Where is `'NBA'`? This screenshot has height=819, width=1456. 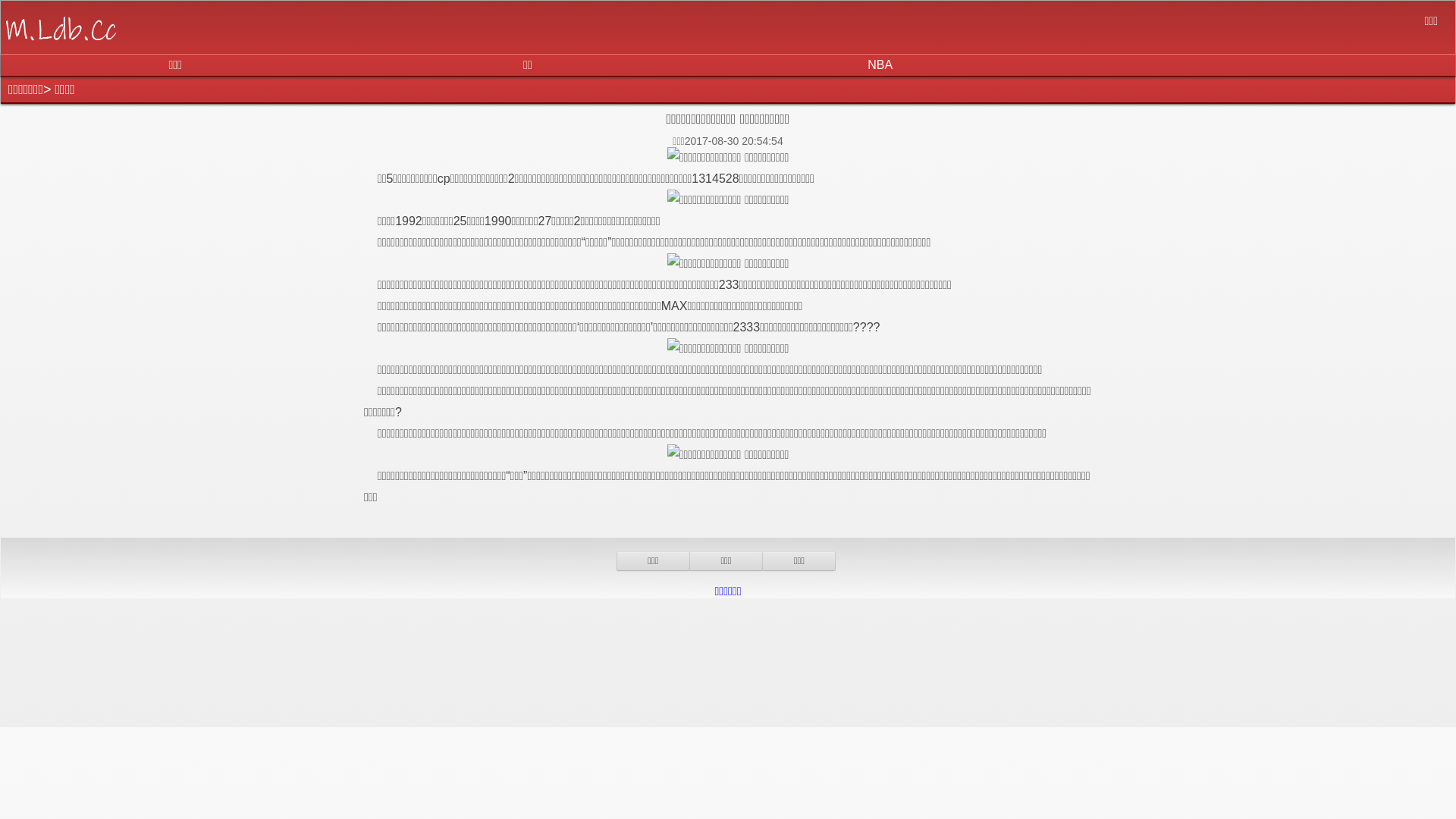
'NBA' is located at coordinates (880, 64).